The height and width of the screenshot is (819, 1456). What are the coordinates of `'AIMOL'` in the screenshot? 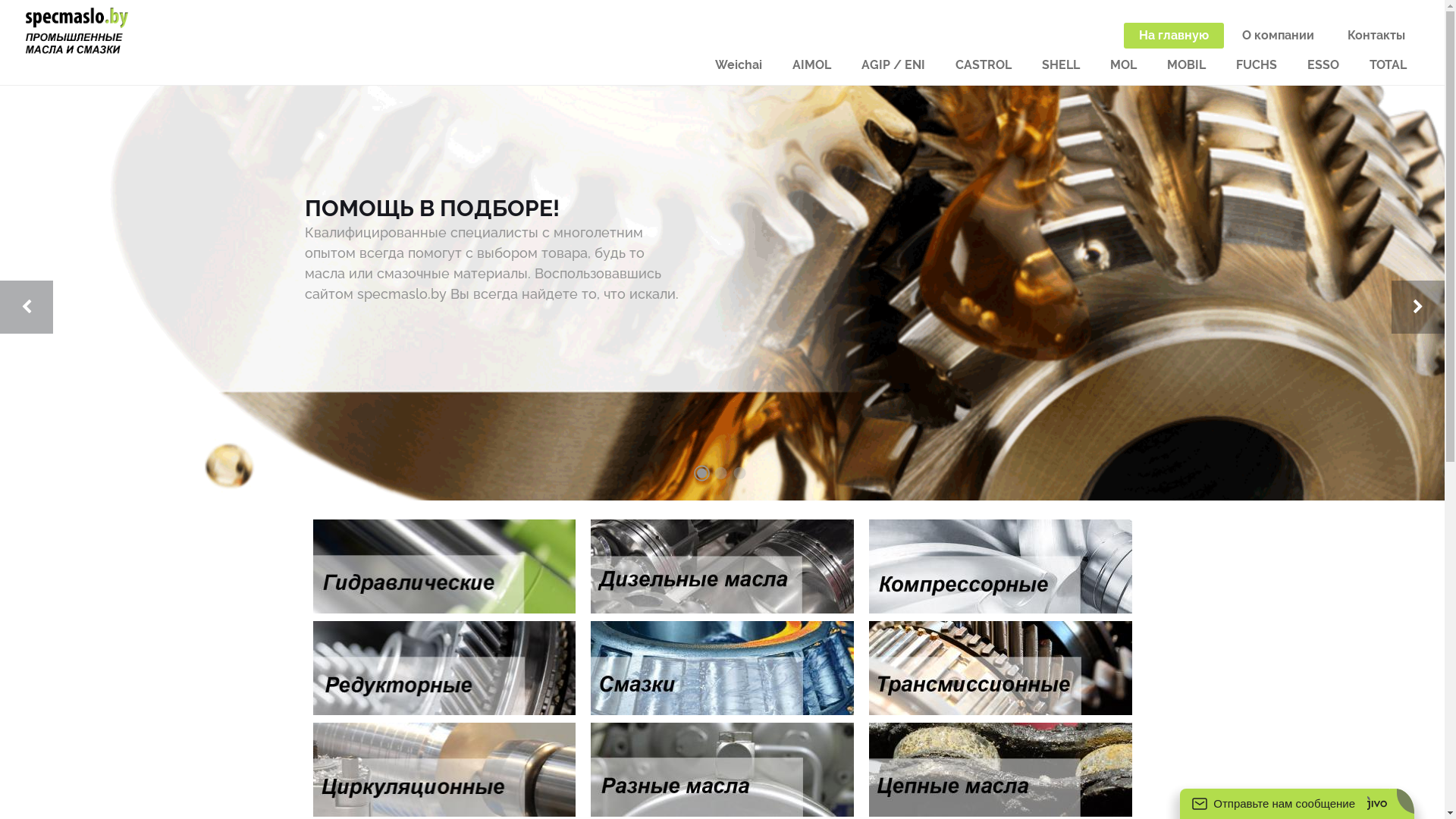 It's located at (811, 64).